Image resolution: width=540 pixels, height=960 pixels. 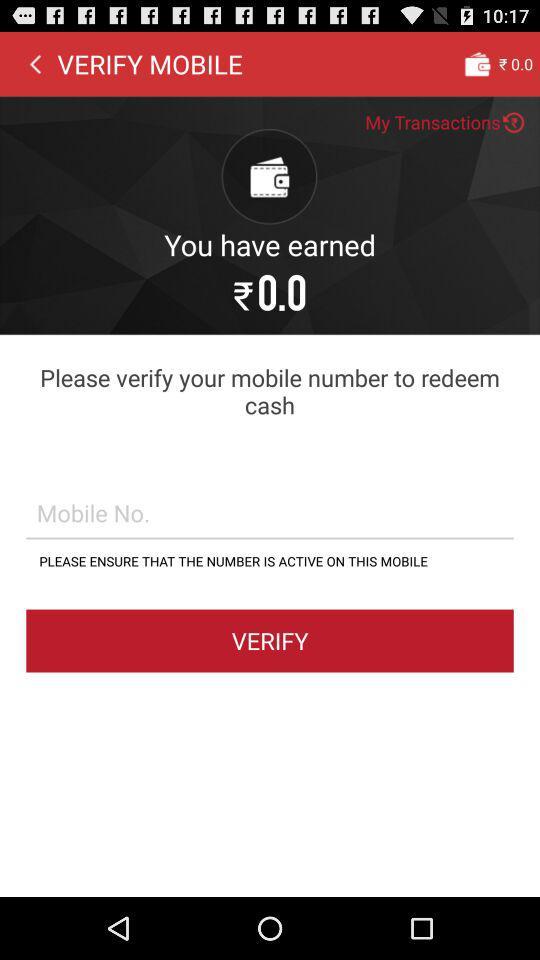 What do you see at coordinates (270, 511) in the screenshot?
I see `phone number` at bounding box center [270, 511].